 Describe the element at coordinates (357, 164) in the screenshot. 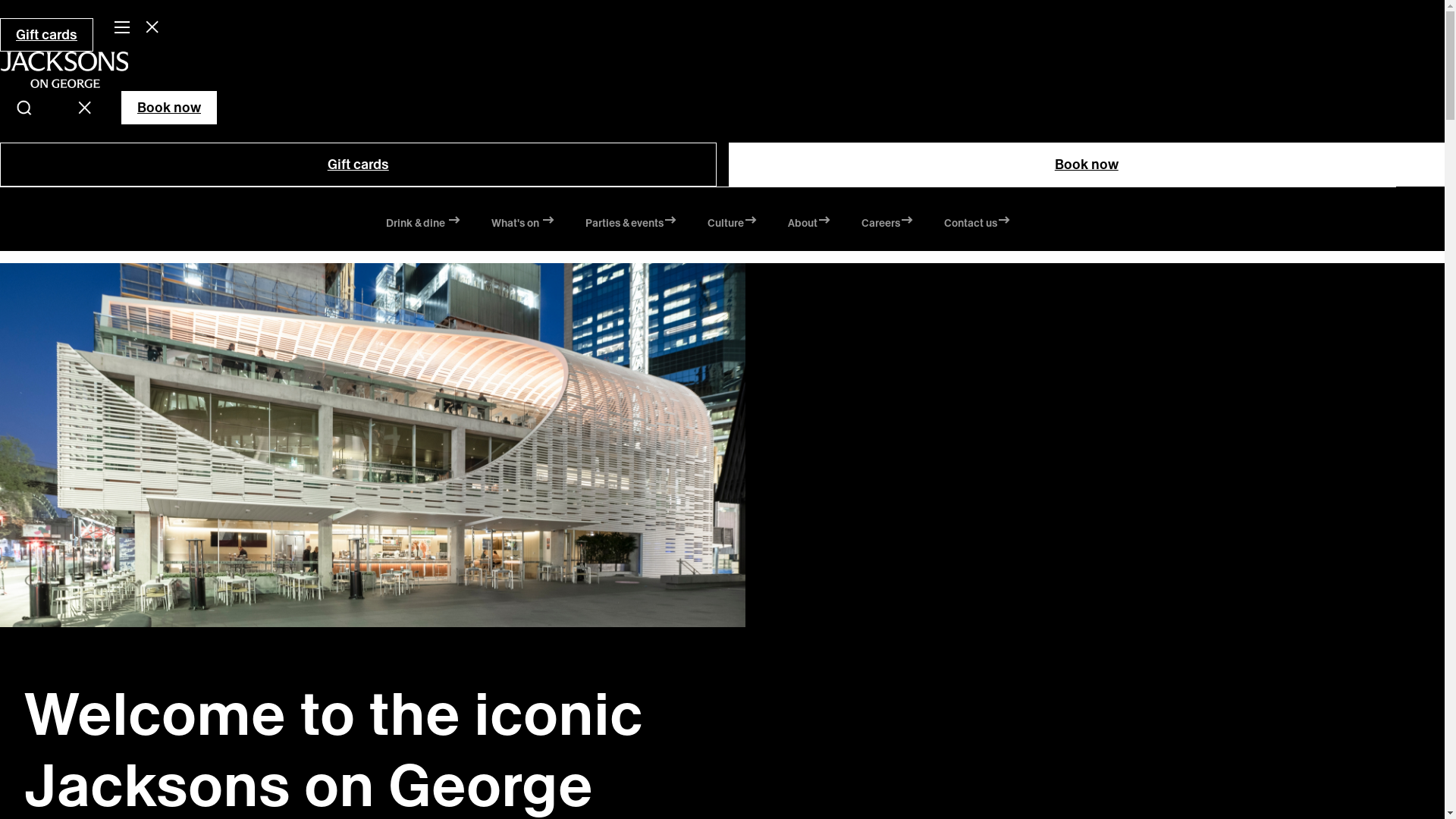

I see `'Gift cards'` at that location.